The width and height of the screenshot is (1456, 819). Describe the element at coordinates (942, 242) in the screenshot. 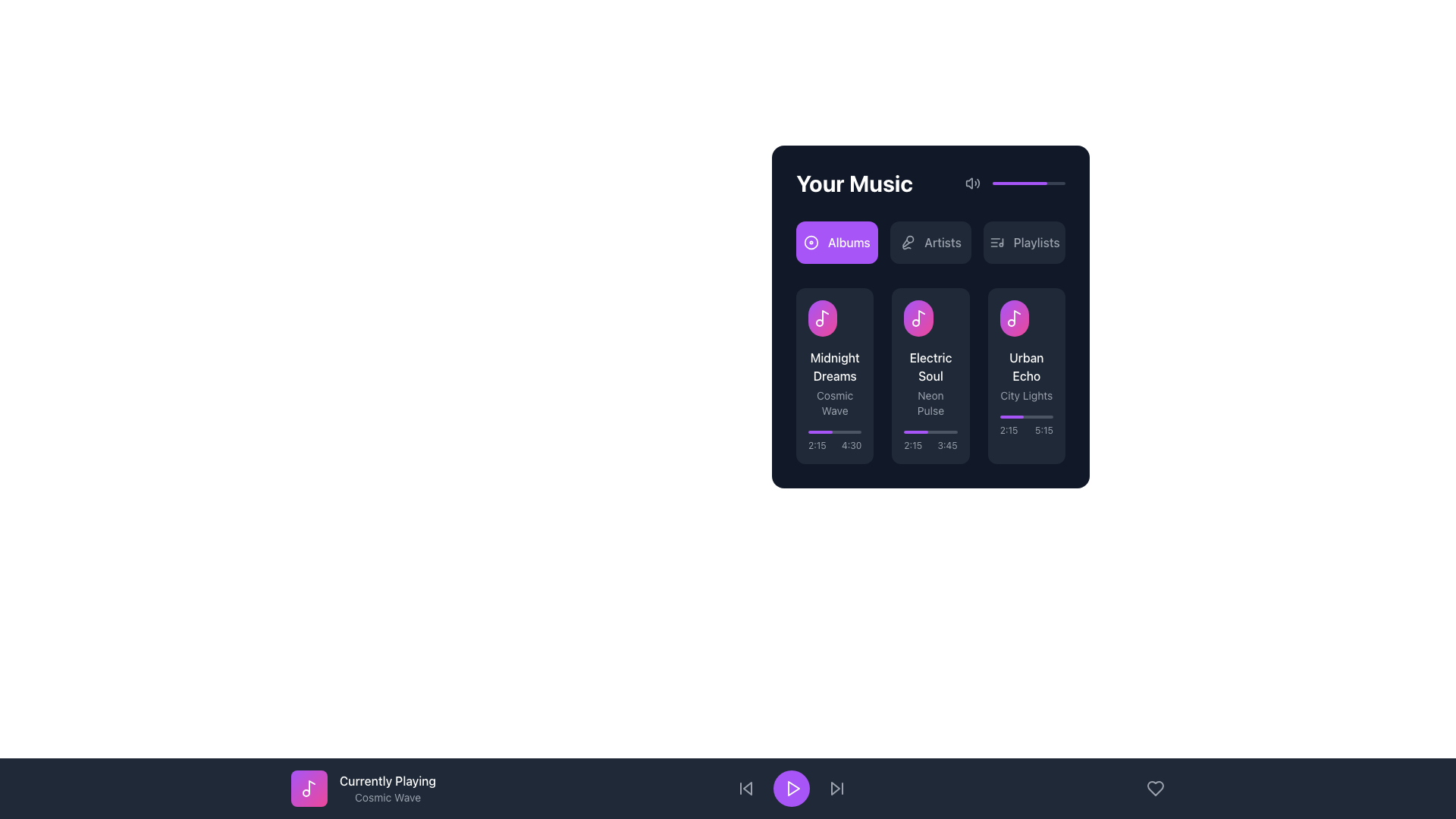

I see `the 'Artists' text label within the button, which is styled in a medium font weight and is the second button in a horizontal row of options (Albums, Artists, Playlists)` at that location.